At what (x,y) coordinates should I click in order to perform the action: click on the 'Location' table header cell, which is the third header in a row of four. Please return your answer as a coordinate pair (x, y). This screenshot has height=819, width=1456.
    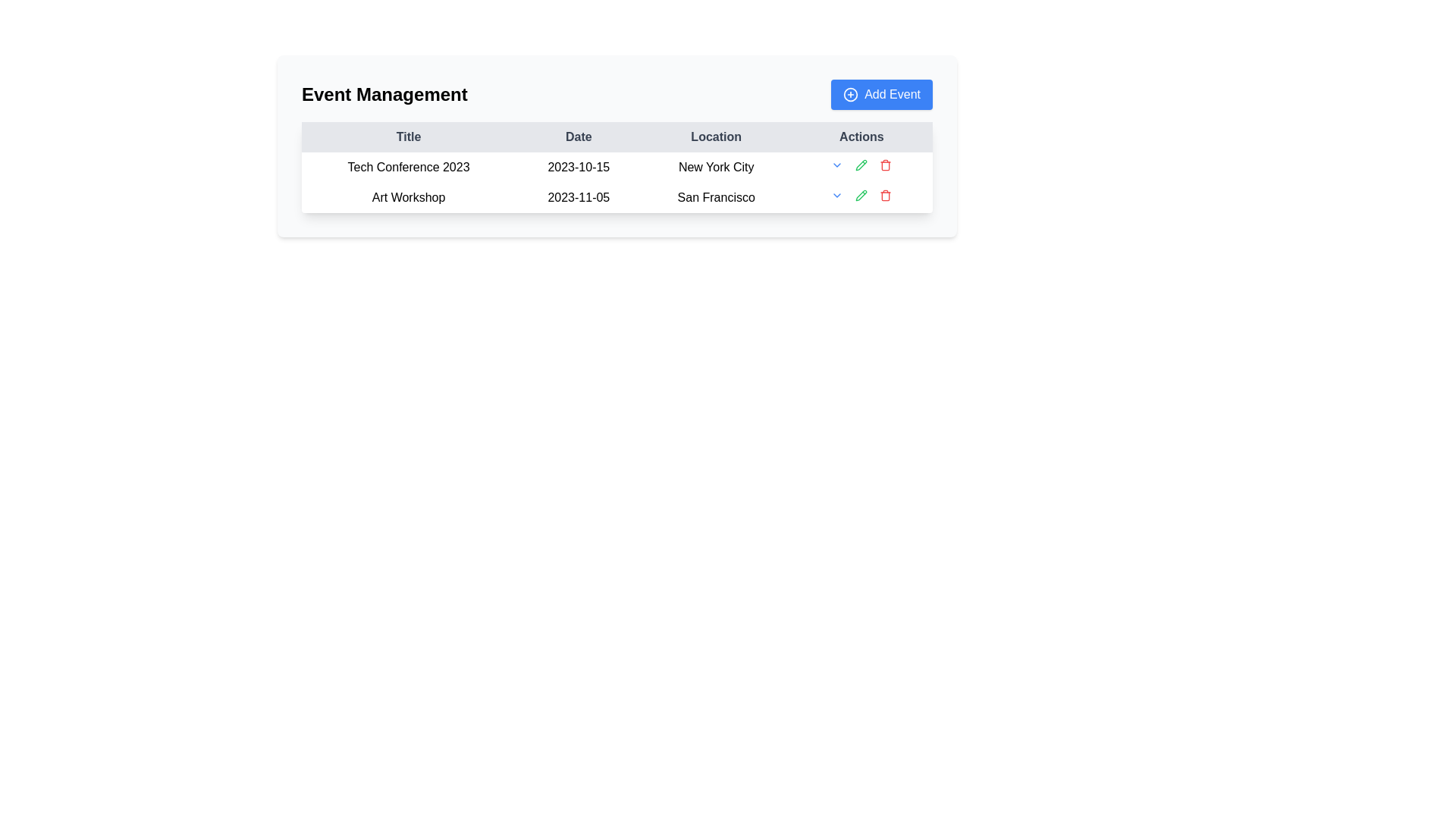
    Looking at the image, I should click on (715, 137).